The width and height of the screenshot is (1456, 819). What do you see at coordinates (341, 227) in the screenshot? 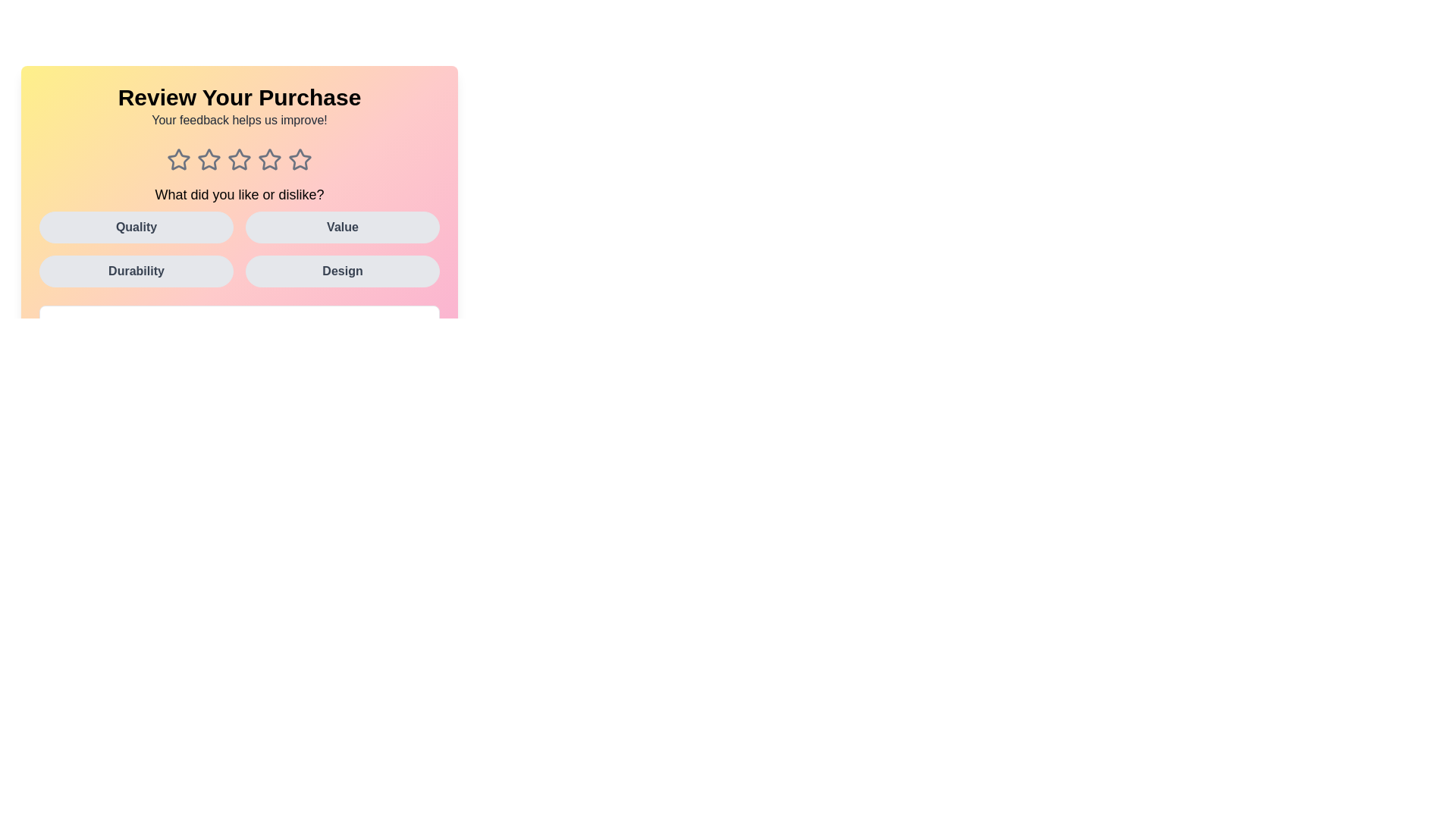
I see `the pill-shaped button labeled 'Value'` at bounding box center [341, 227].